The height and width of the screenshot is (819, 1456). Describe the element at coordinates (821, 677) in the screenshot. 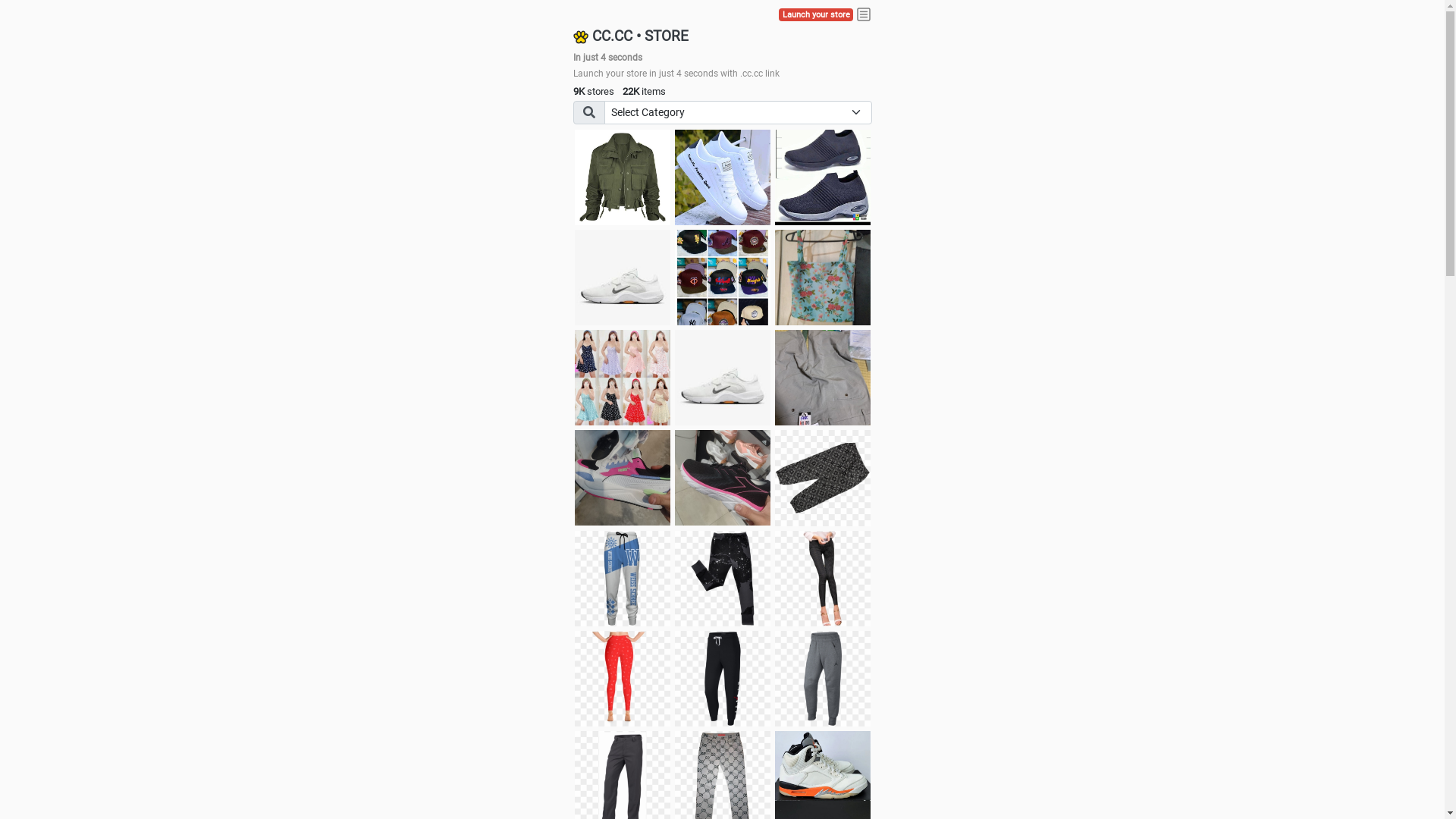

I see `'Pant'` at that location.